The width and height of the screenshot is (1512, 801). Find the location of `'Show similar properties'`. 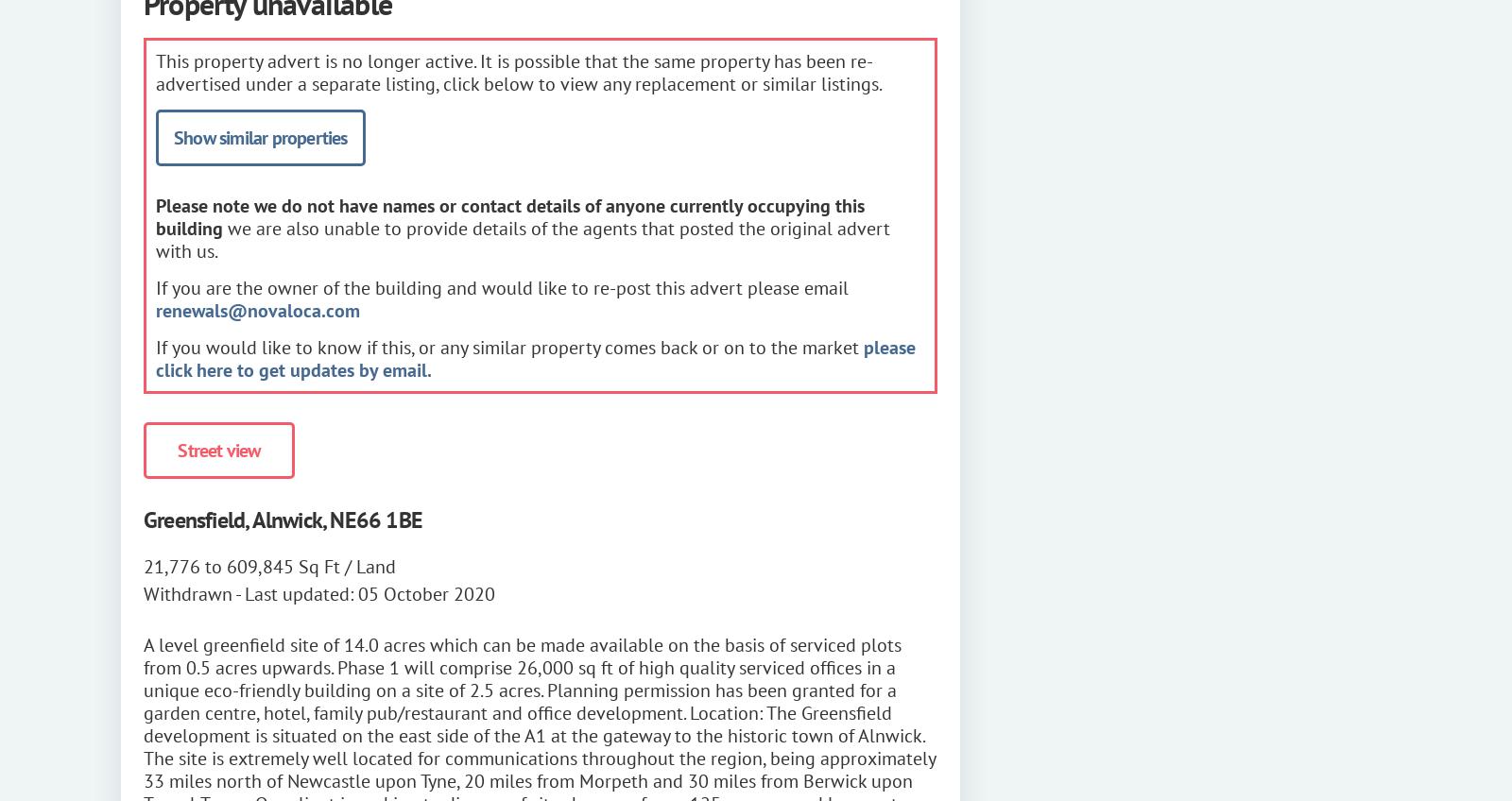

'Show similar properties' is located at coordinates (260, 136).